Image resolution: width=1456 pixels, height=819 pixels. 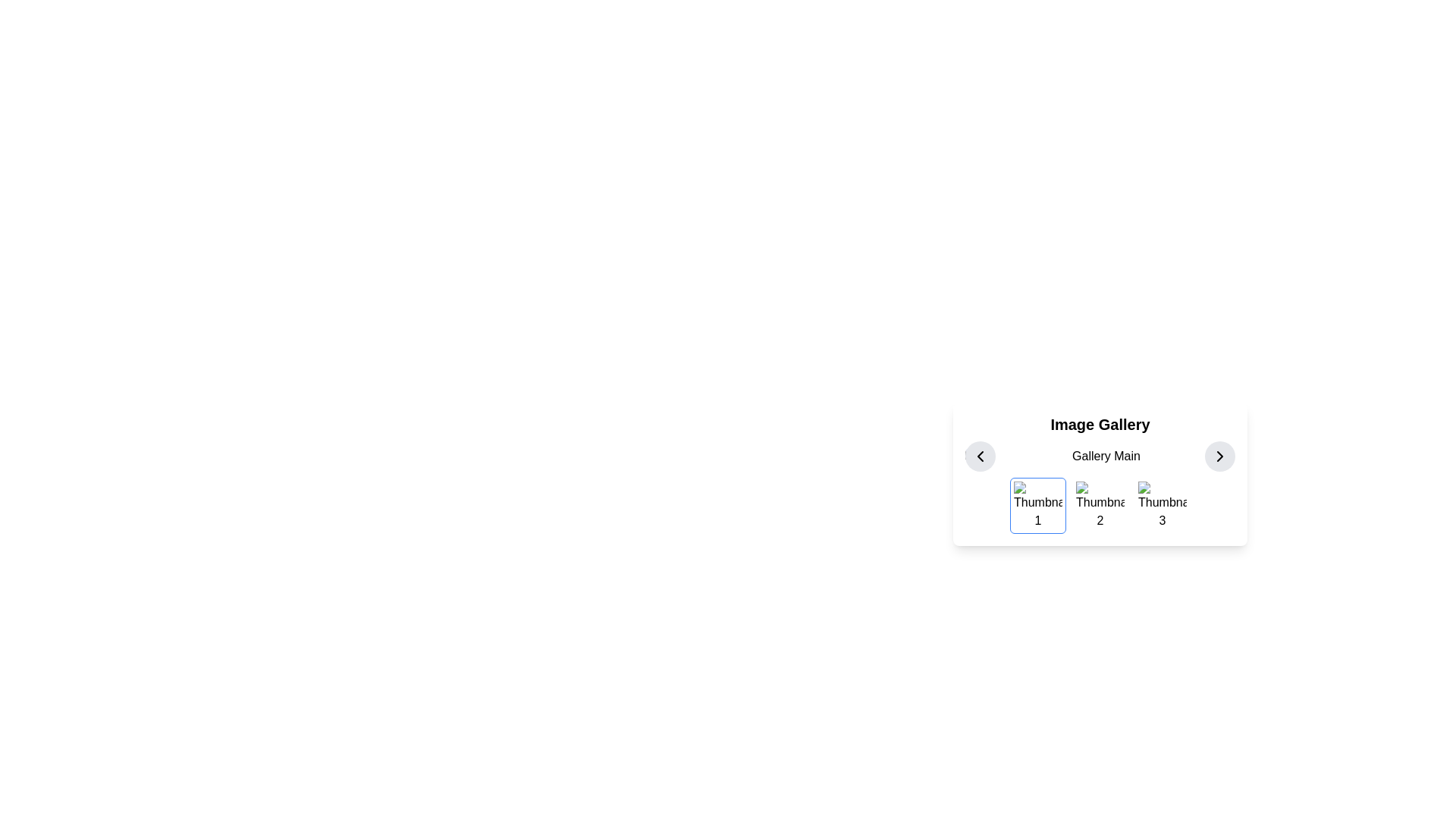 I want to click on the navigation control button located on the right end of the image gallery section to proceed to the next set of items in the gallery, so click(x=1219, y=455).